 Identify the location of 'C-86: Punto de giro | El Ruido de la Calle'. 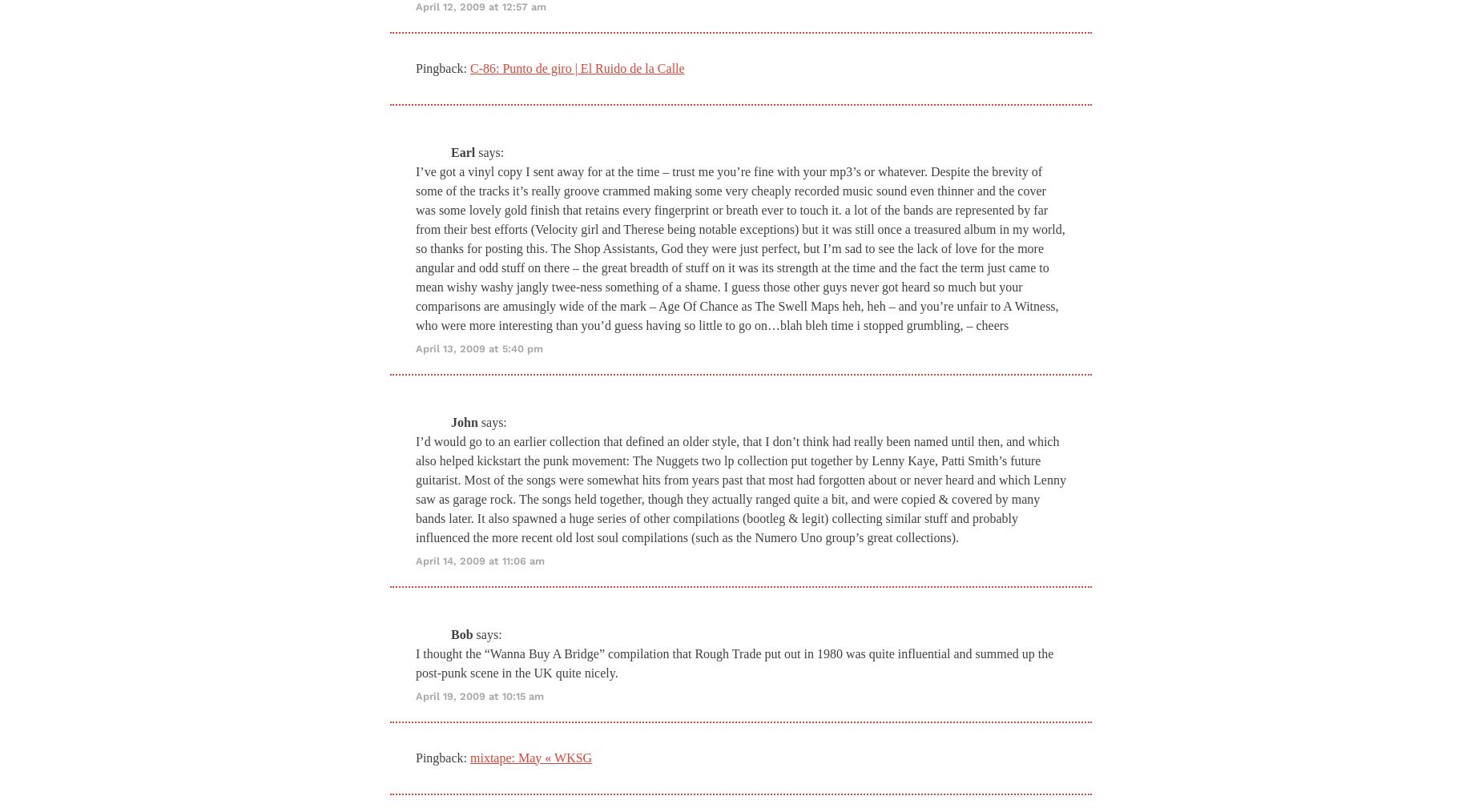
(470, 66).